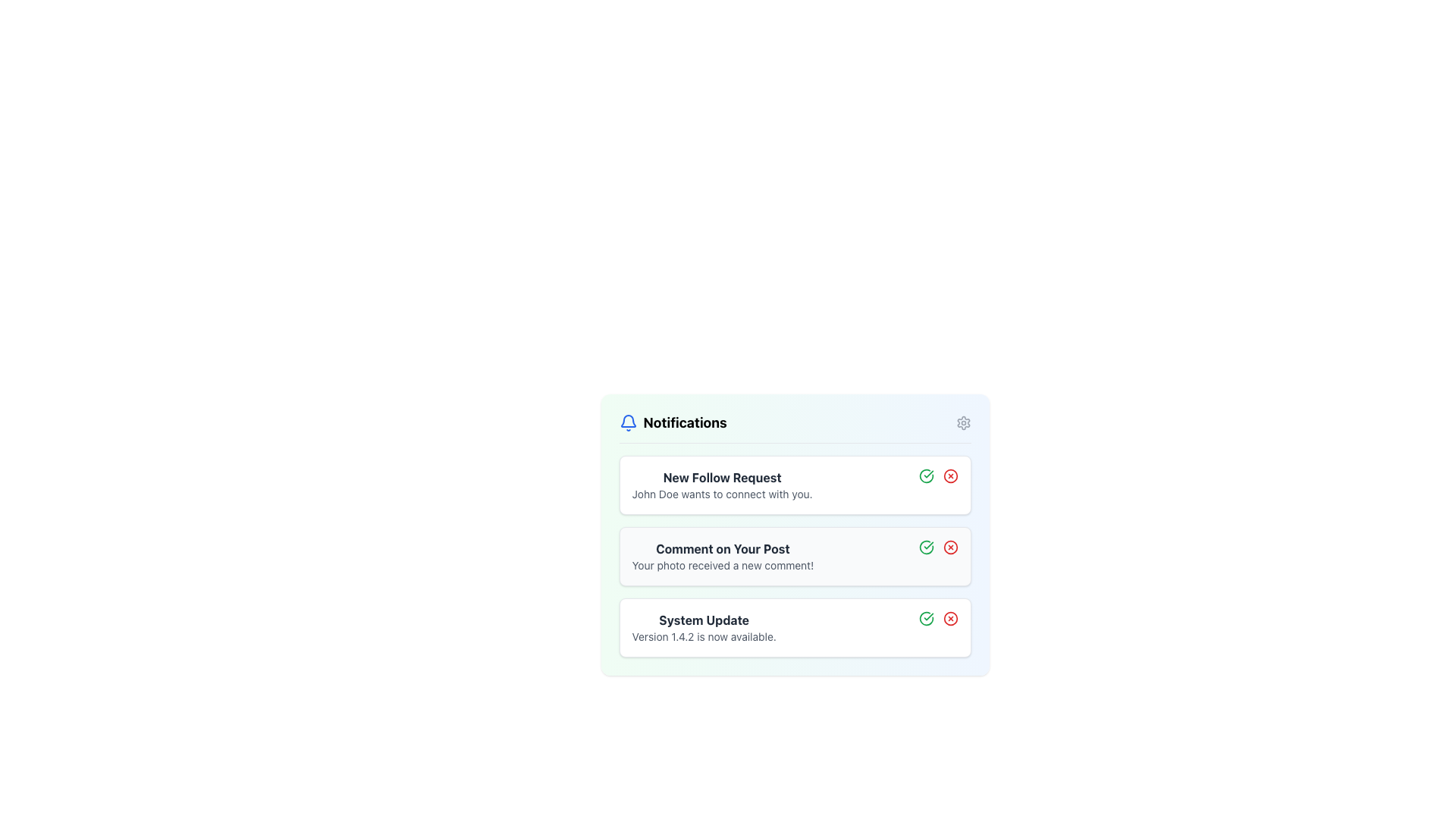 This screenshot has height=819, width=1456. Describe the element at coordinates (703, 637) in the screenshot. I see `the informational message indicating the availability of a new system version, which is the second line within the 'System Update' notification card` at that location.